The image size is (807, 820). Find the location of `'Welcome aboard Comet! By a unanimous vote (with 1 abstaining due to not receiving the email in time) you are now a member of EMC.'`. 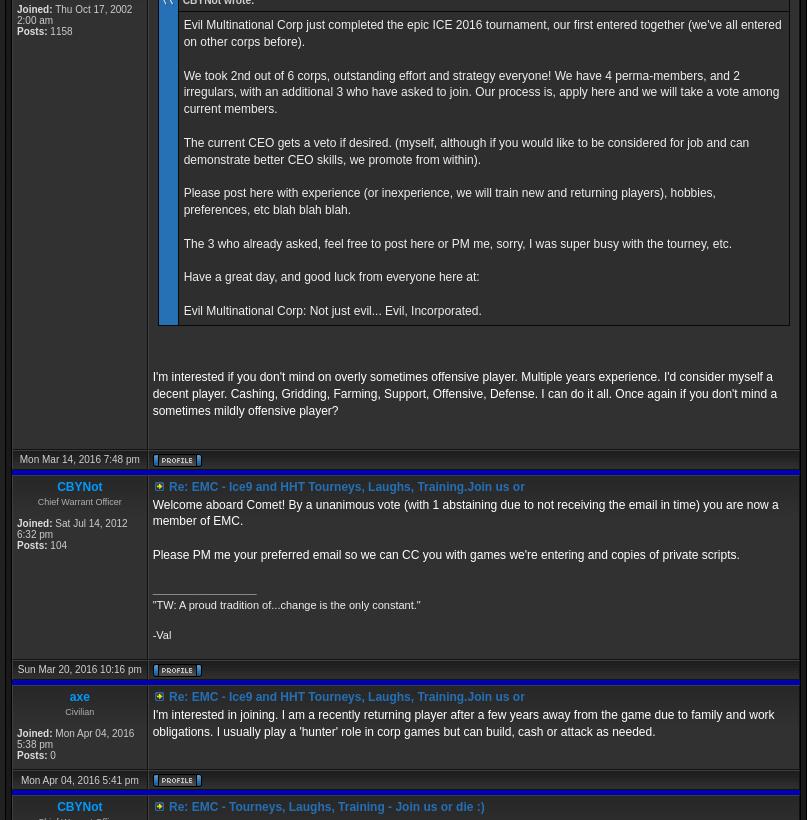

'Welcome aboard Comet! By a unanimous vote (with 1 abstaining due to not receiving the email in time) you are now a member of EMC.' is located at coordinates (463, 512).